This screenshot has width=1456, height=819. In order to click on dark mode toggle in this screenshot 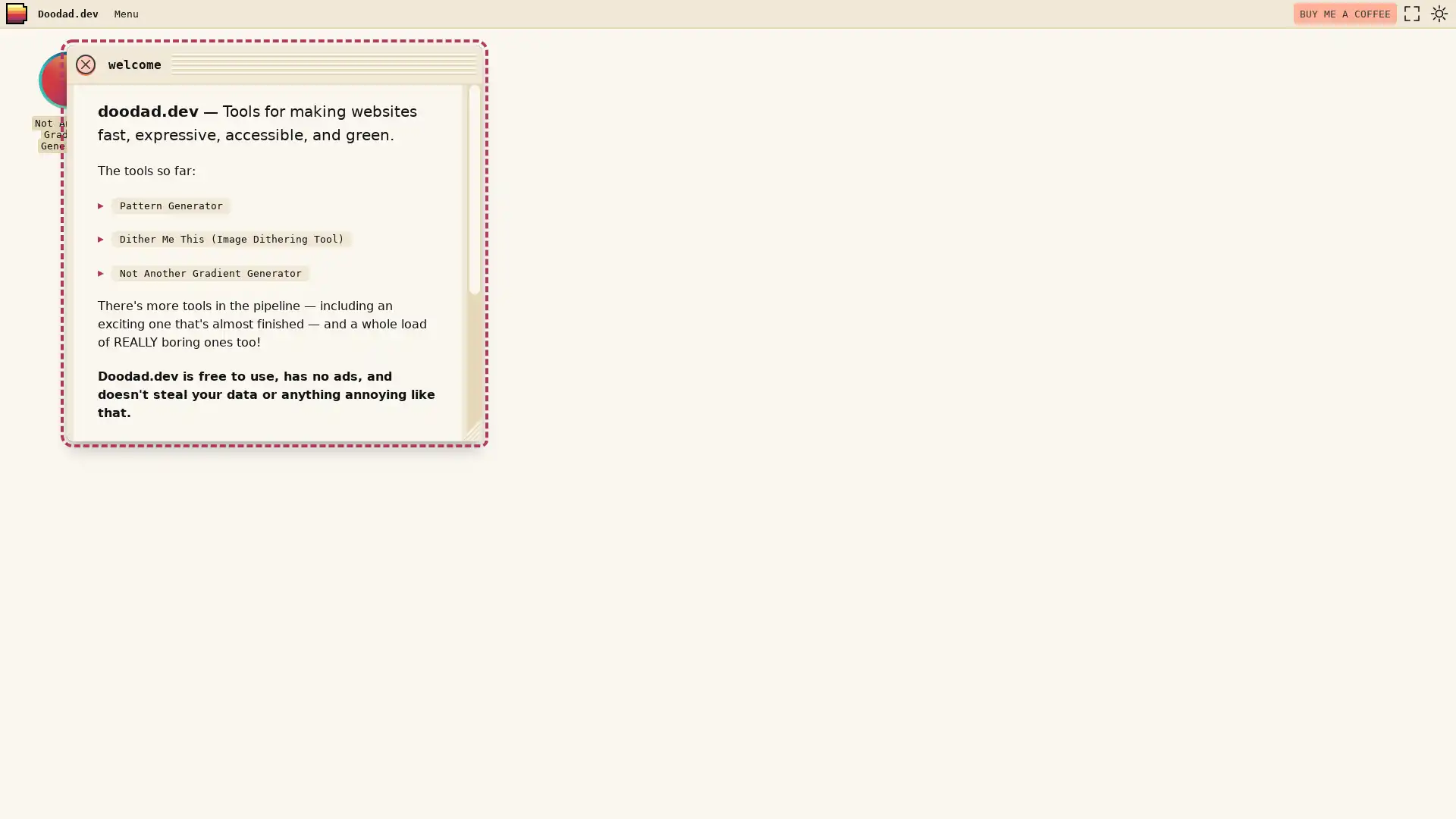, I will do `click(1438, 14)`.